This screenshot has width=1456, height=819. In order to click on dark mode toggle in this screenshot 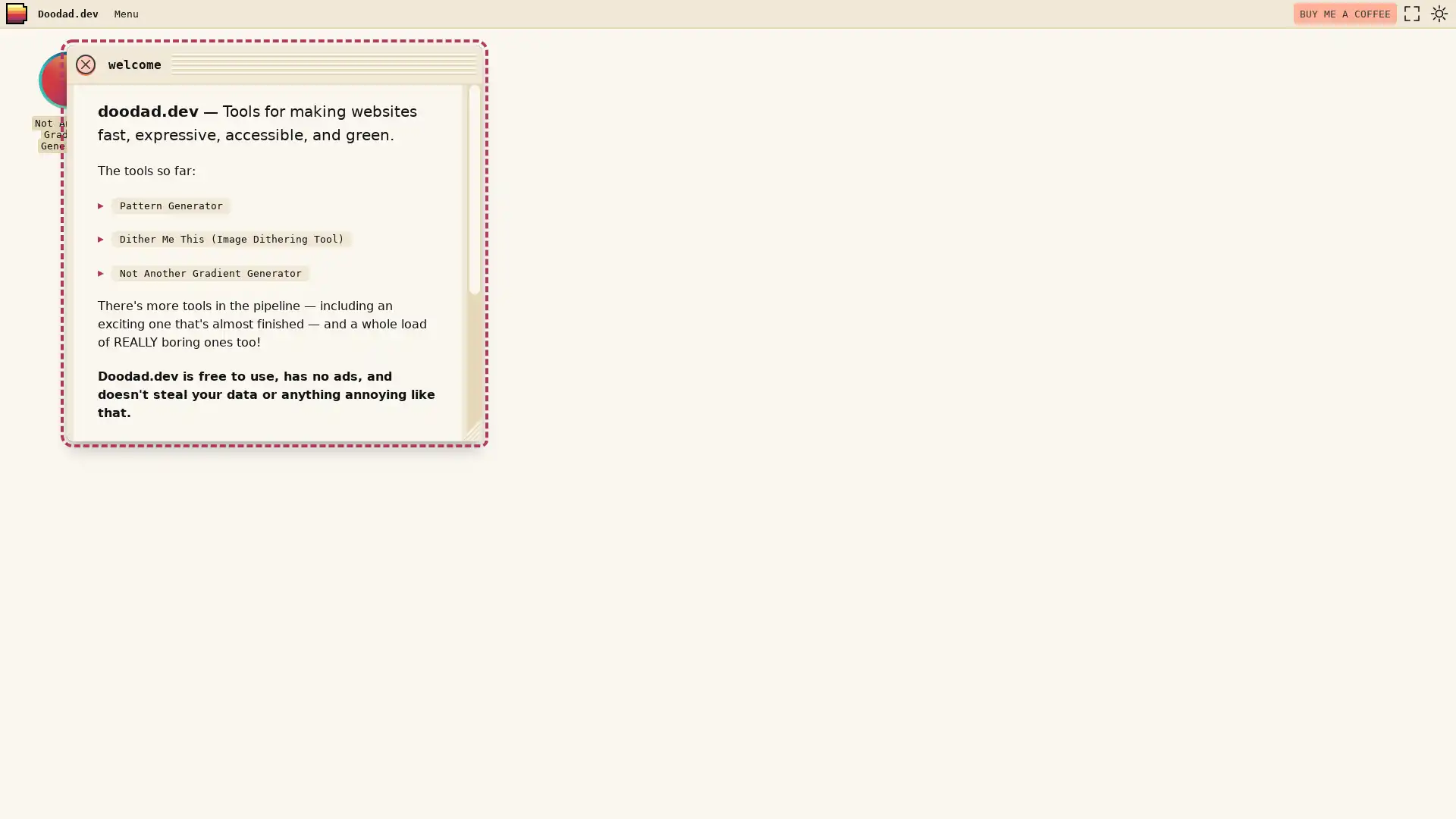, I will do `click(1438, 14)`.